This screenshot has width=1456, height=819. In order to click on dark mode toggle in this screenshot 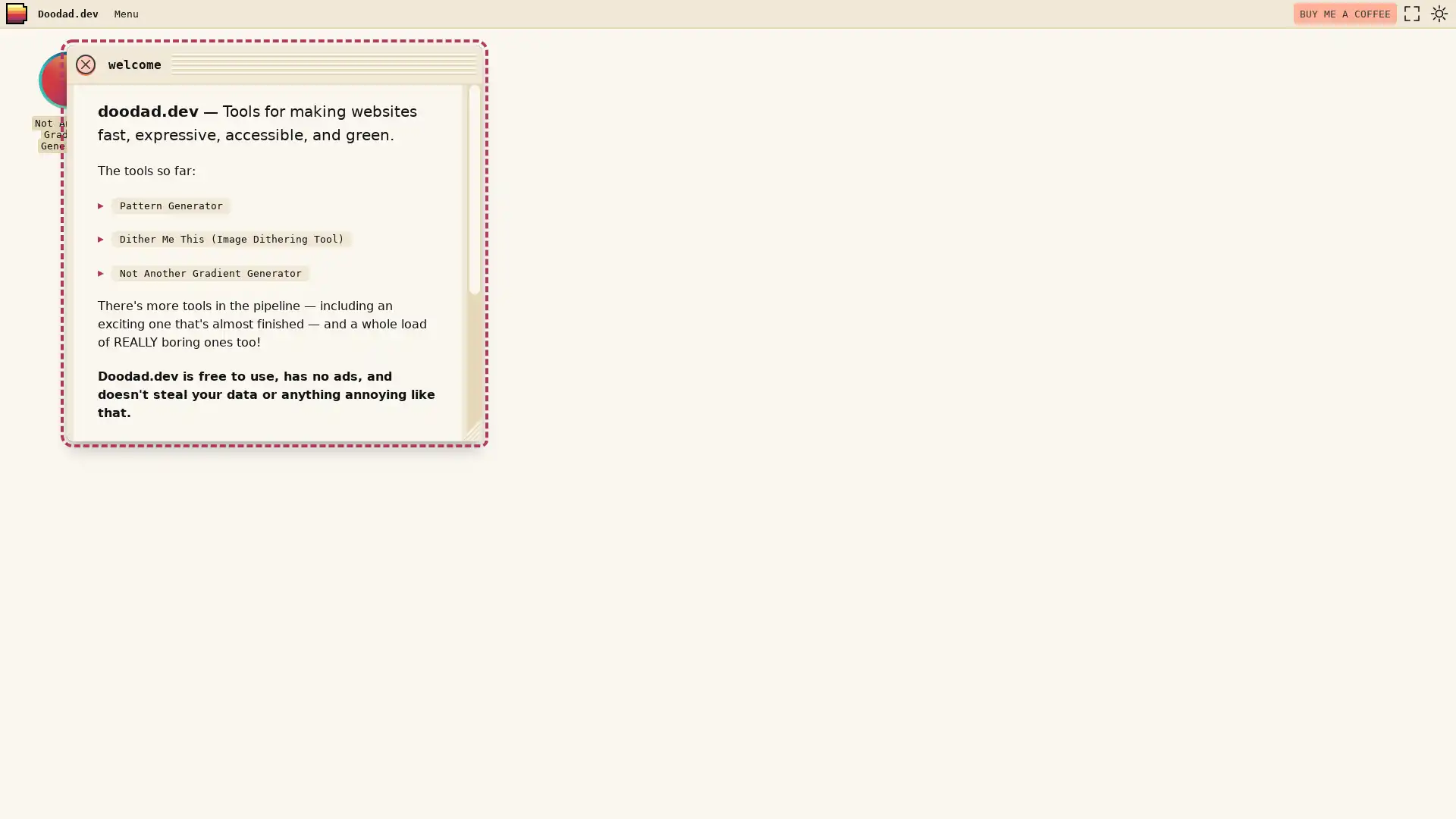, I will do `click(1438, 14)`.